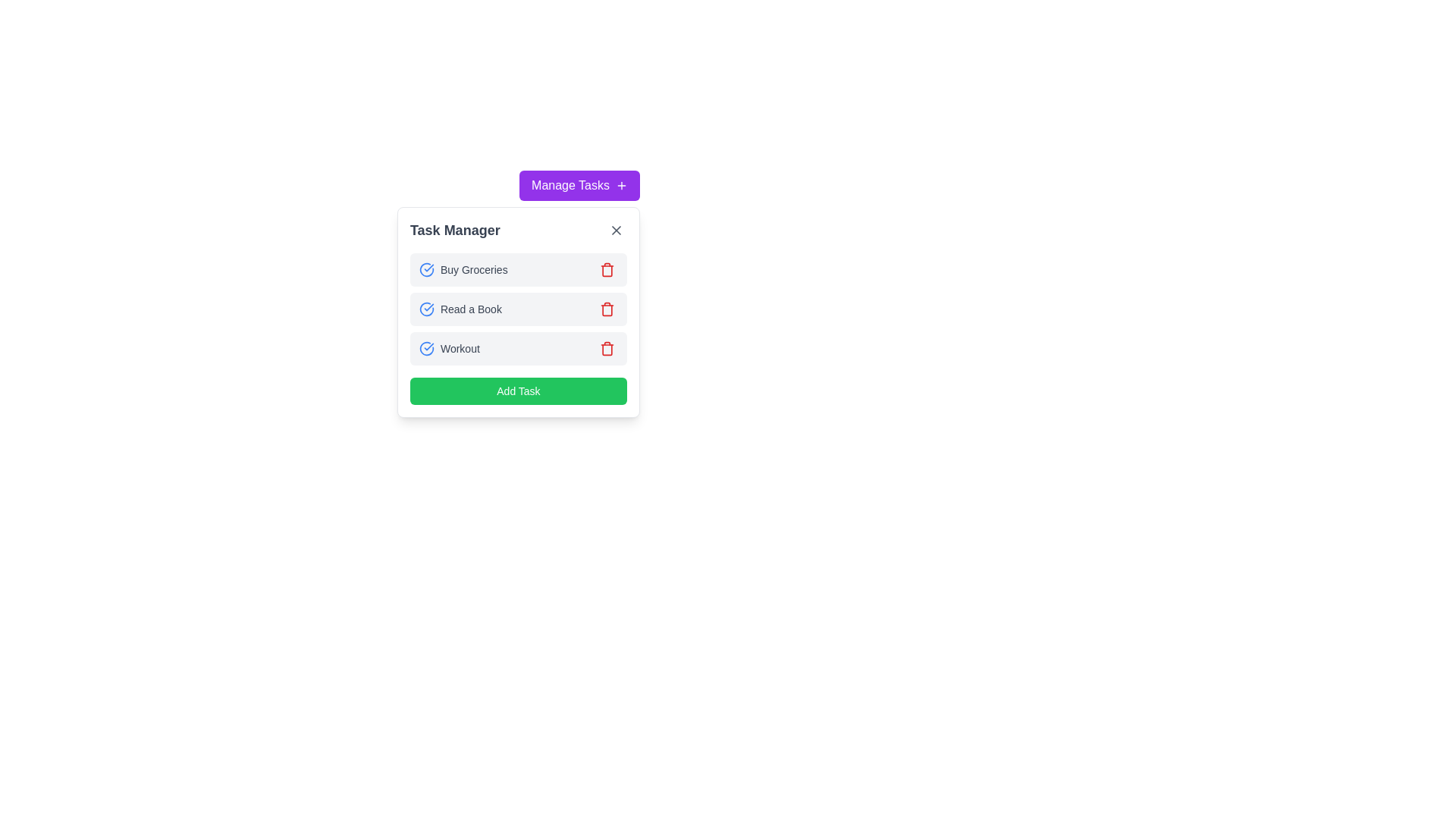  Describe the element at coordinates (622, 185) in the screenshot. I see `the small '+' icon with a purple background located beside the 'Manage Tasks' text` at that location.